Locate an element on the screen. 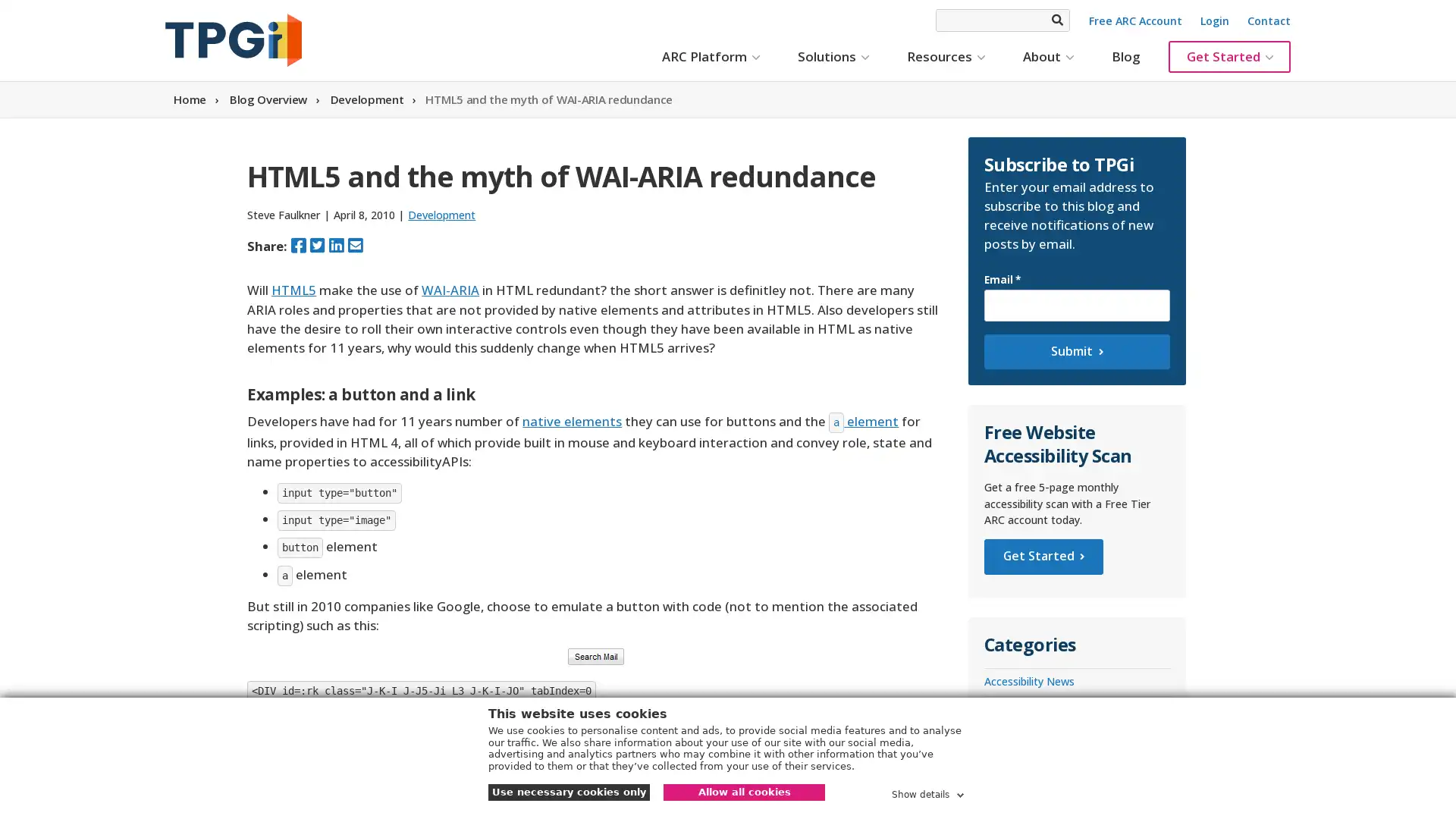 This screenshot has width=1456, height=819. Submit Search is located at coordinates (1056, 20).